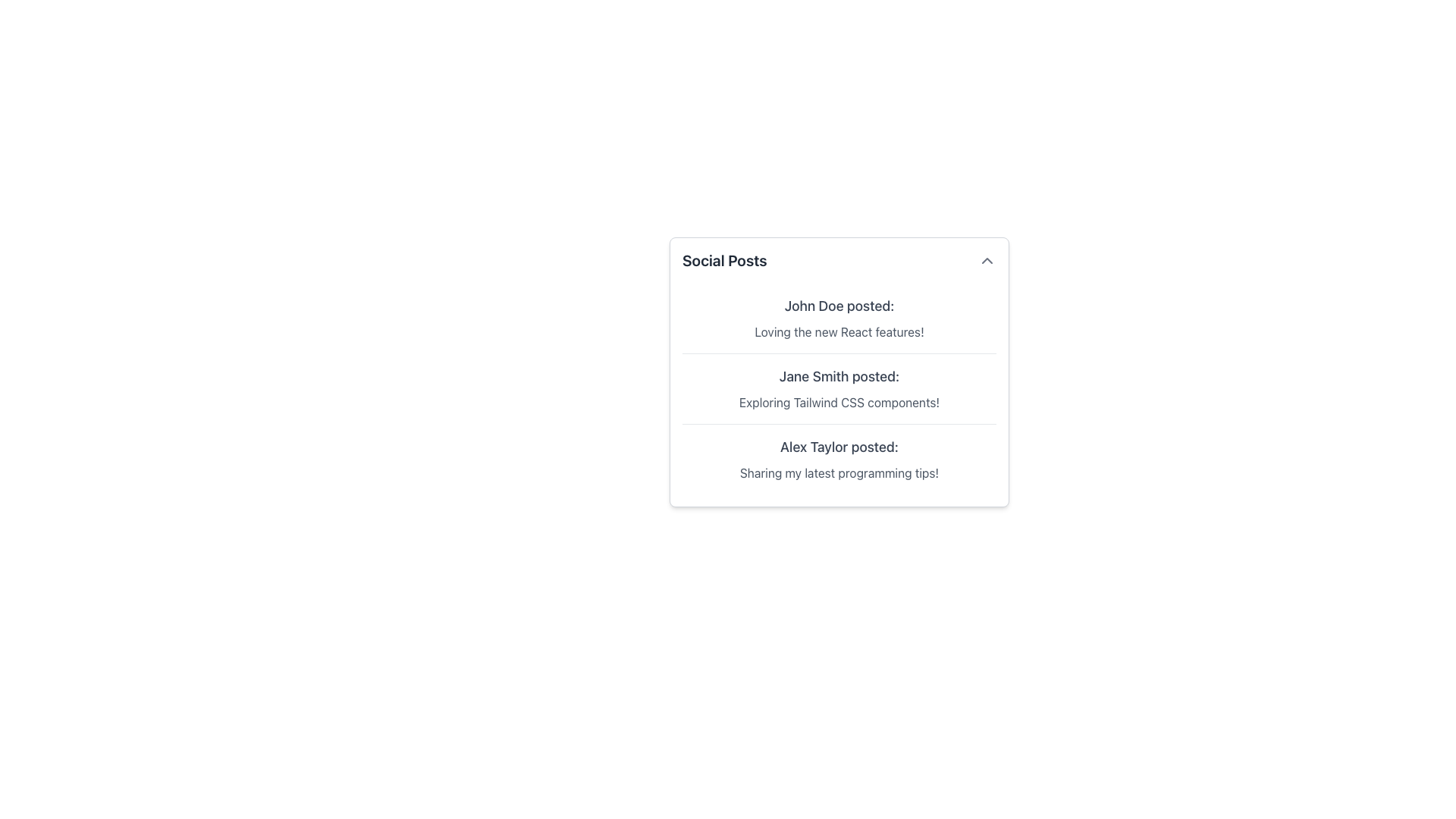 Image resolution: width=1456 pixels, height=819 pixels. I want to click on the text content display element that shows a user's post headline and content, located as the second item in the social feed, so click(839, 388).